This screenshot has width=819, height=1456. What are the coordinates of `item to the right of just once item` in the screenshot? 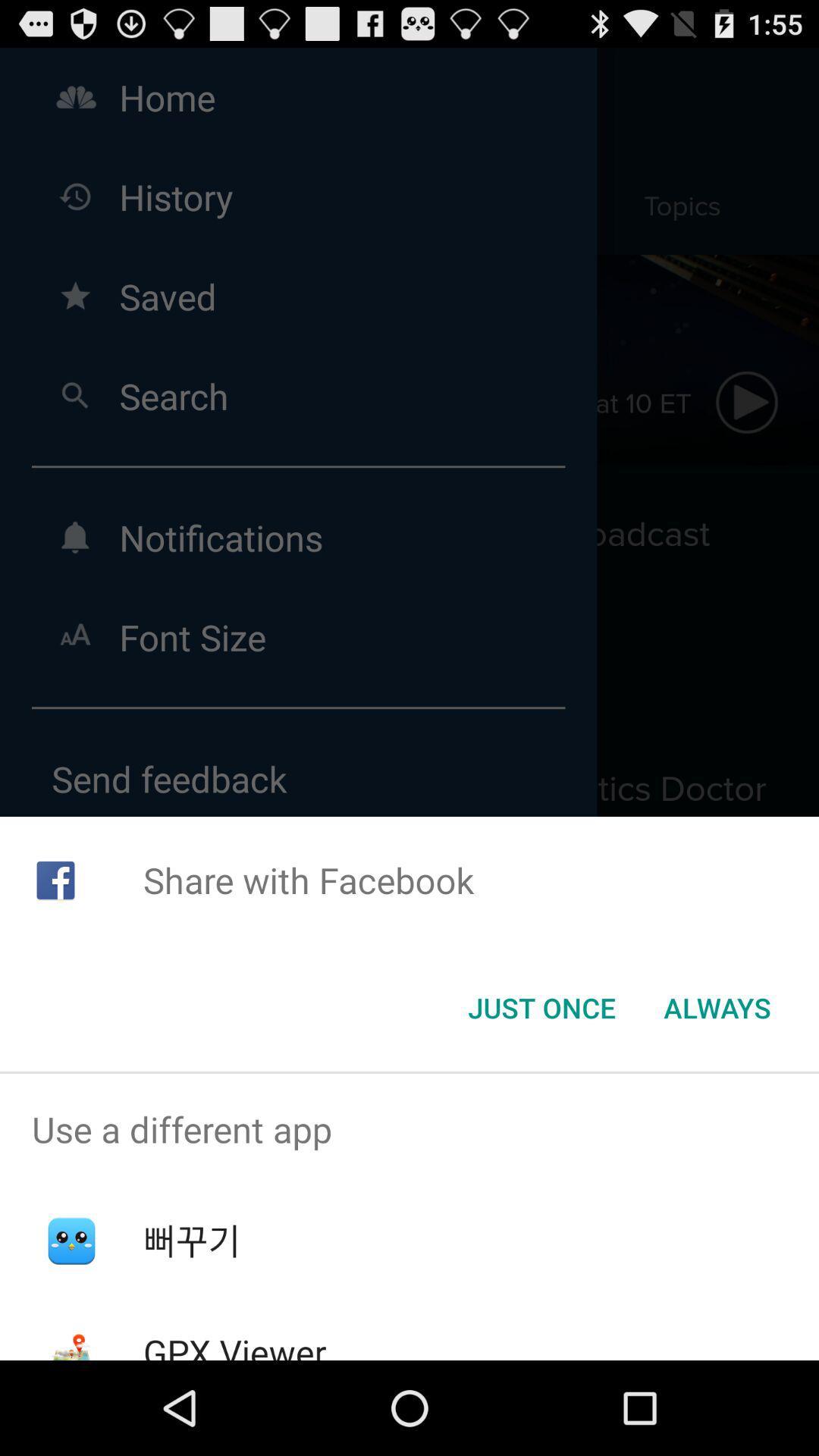 It's located at (717, 1008).